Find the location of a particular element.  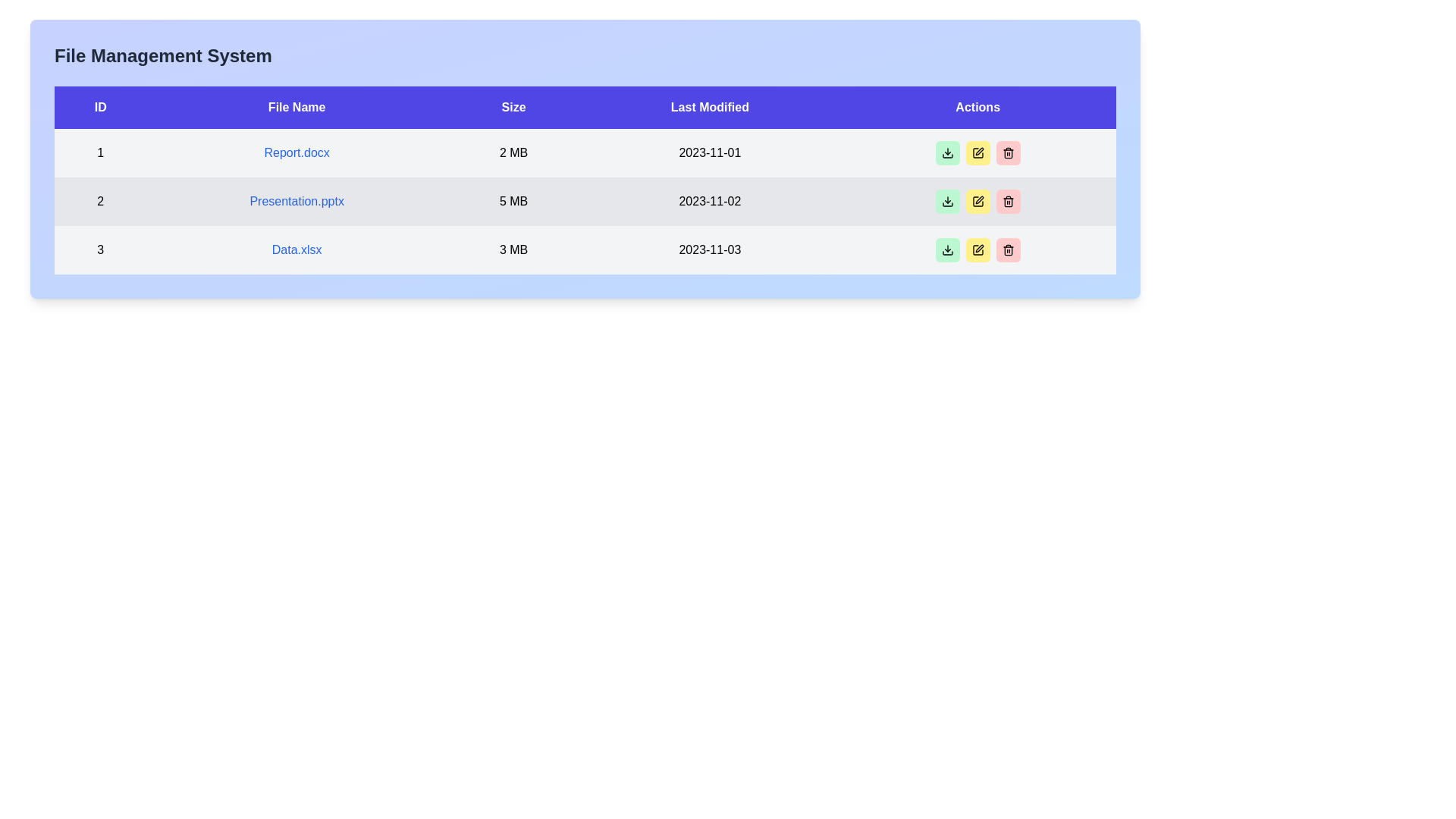

the download button for 'Report.docx' in the Actions column of the first row is located at coordinates (946, 201).